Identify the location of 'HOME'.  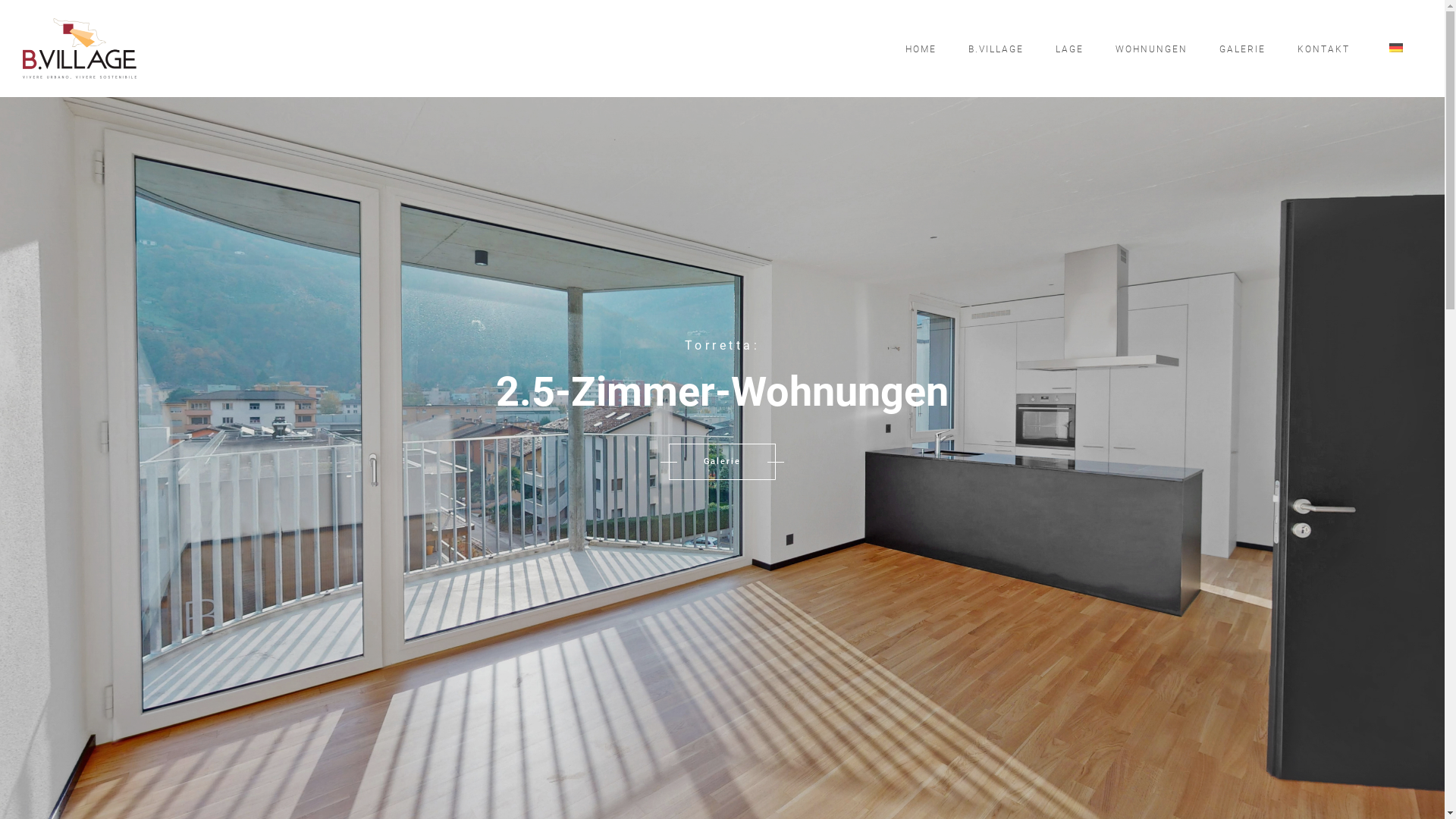
(920, 49).